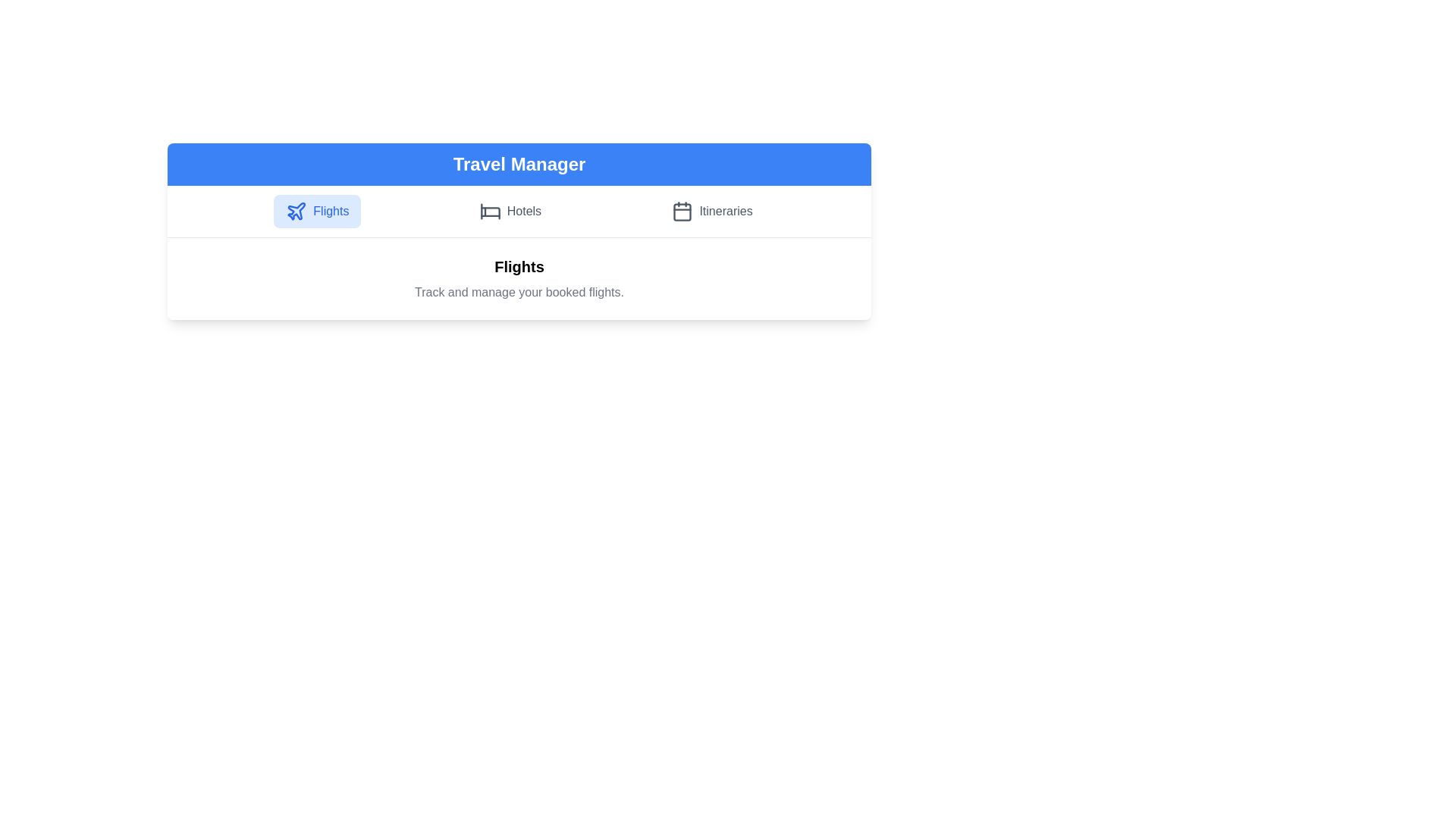  What do you see at coordinates (711, 211) in the screenshot?
I see `the tab labeled Itineraries to see its hover effect` at bounding box center [711, 211].